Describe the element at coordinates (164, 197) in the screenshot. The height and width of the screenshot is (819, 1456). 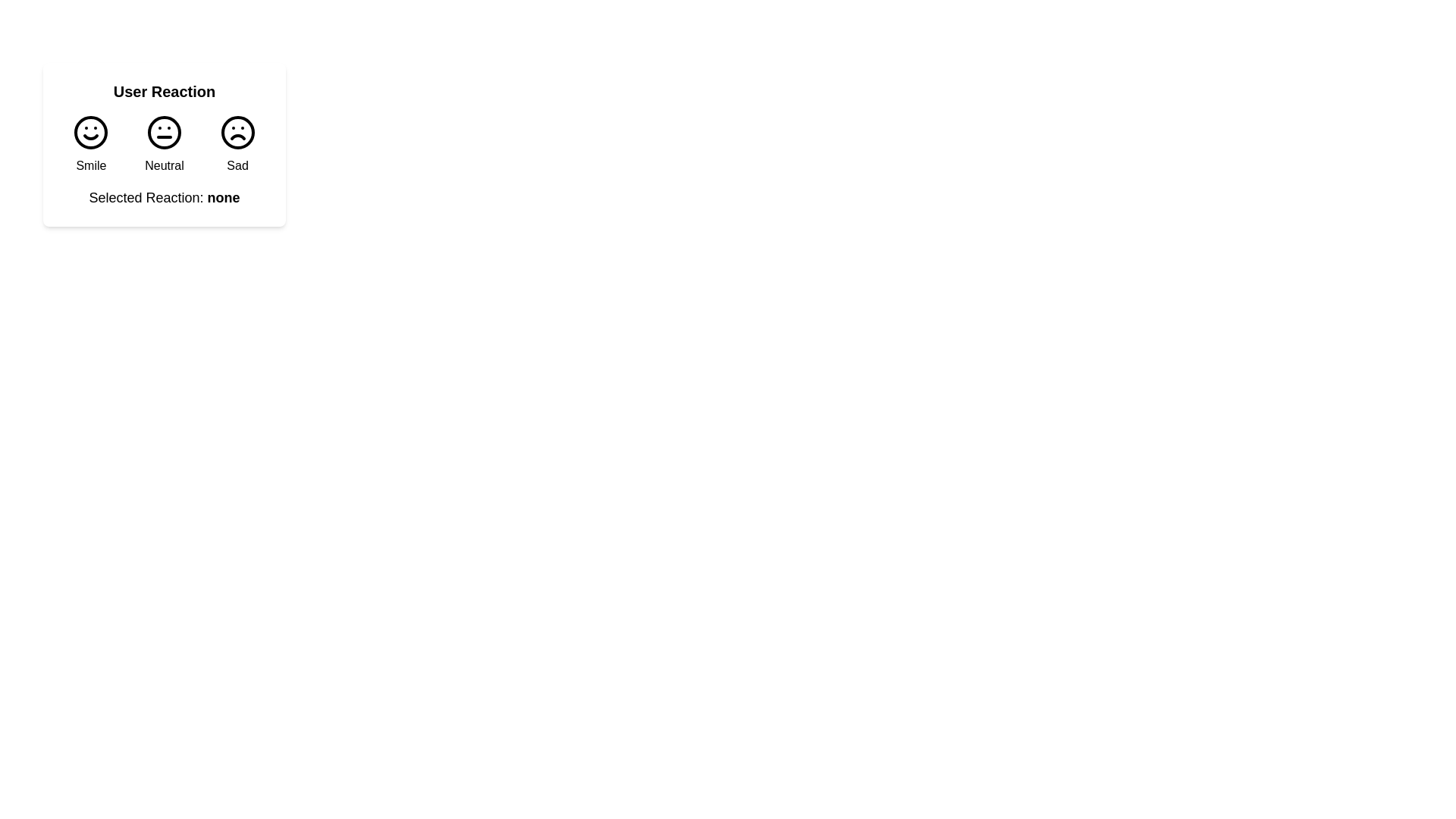
I see `the static text label that displays the currently selected reaction, located below the reaction icons 'Smile', 'Neutral', and 'Sad'` at that location.